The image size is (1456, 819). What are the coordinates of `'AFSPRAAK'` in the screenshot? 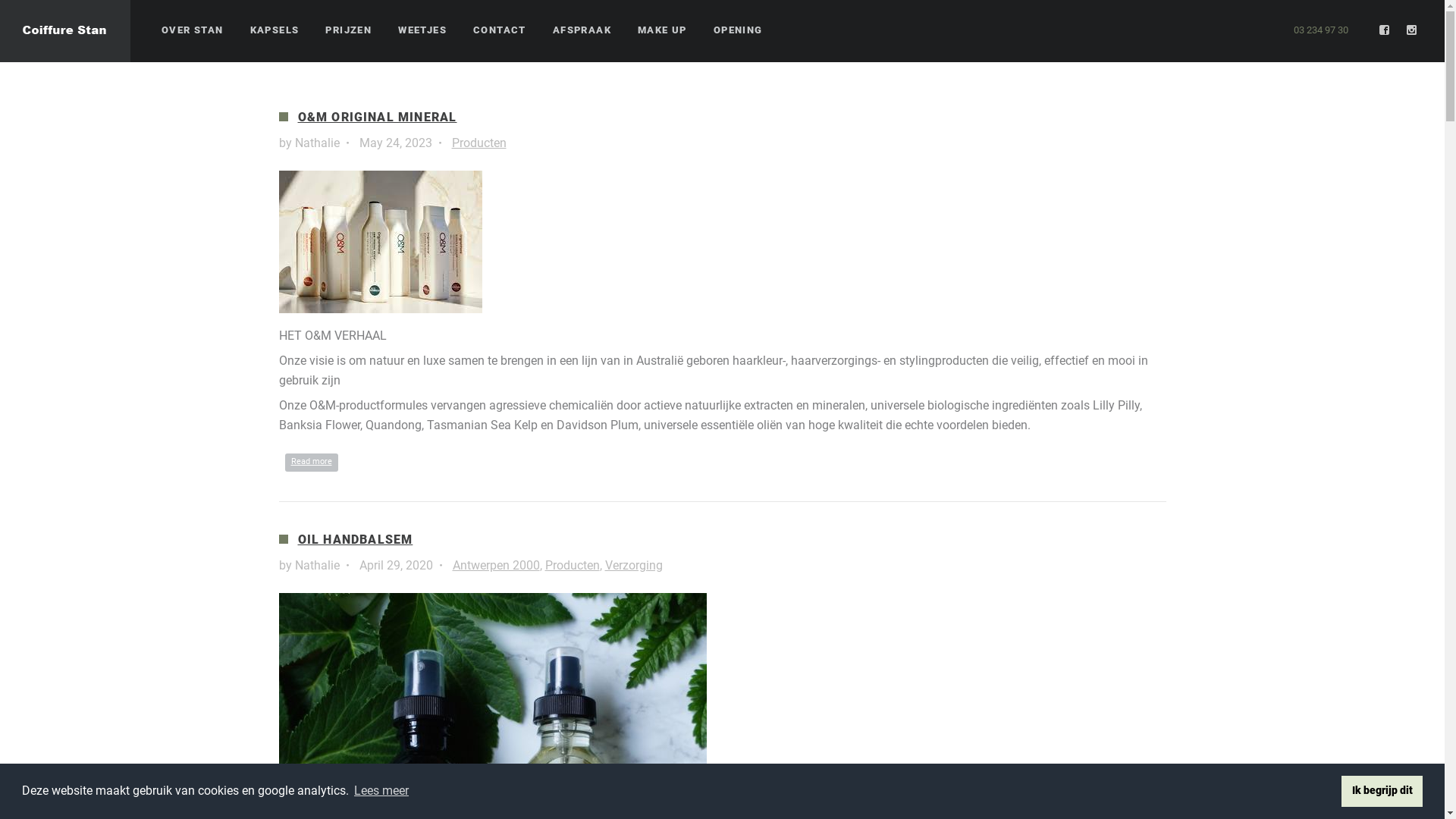 It's located at (552, 30).